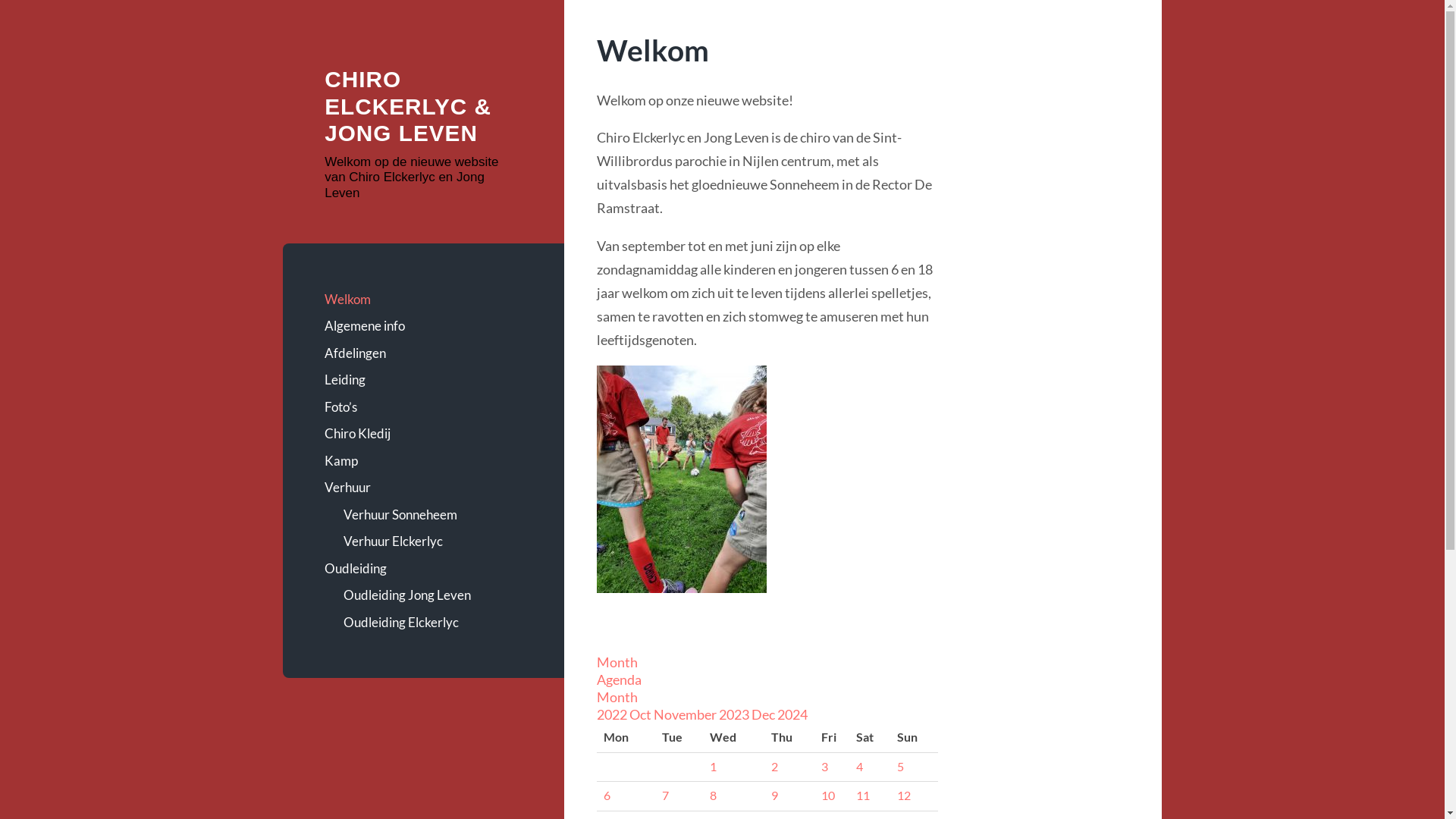 The image size is (1456, 819). I want to click on '10', so click(827, 795).